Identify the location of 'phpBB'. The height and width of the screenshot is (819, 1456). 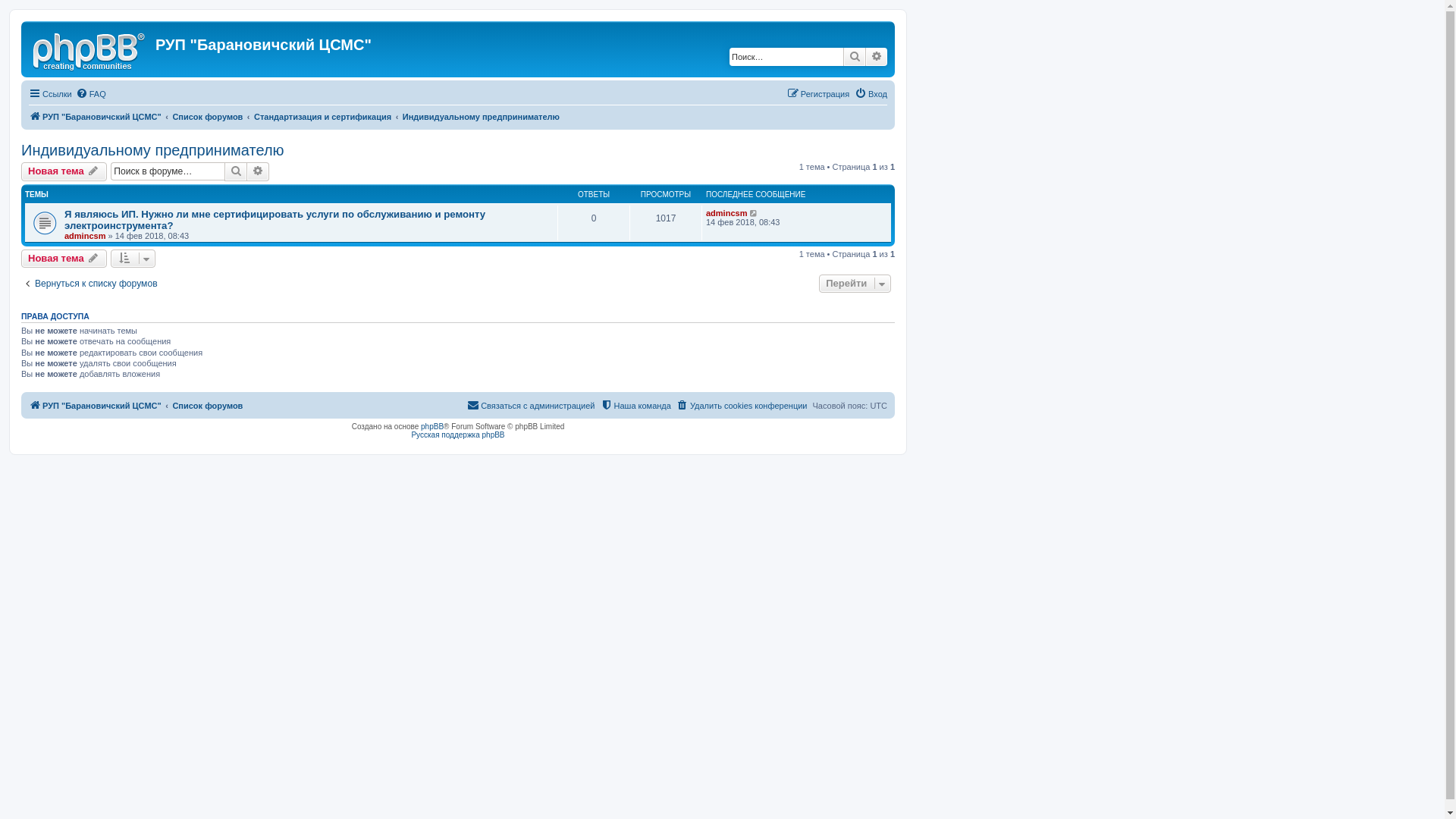
(431, 426).